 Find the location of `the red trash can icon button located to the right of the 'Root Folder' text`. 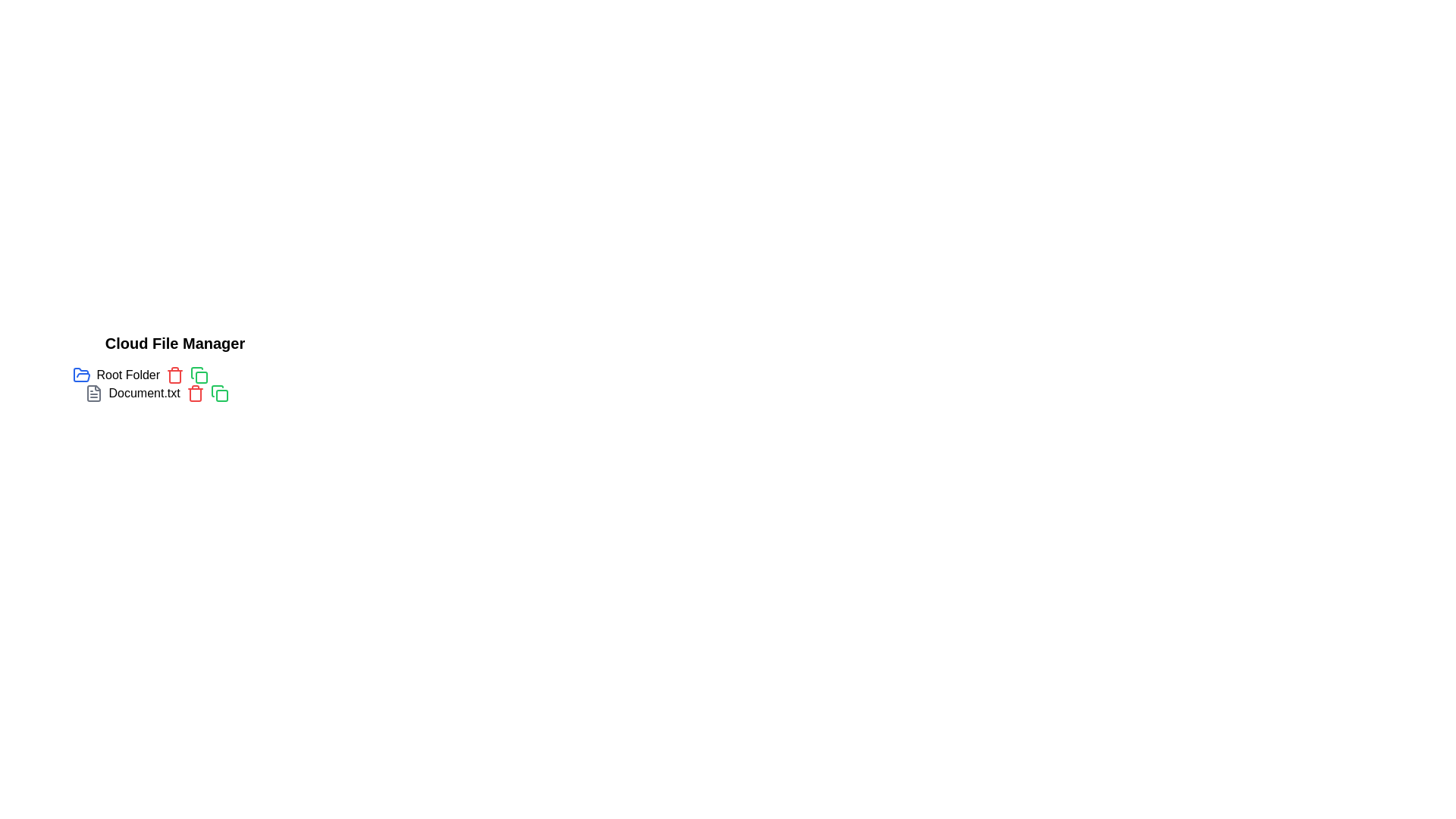

the red trash can icon button located to the right of the 'Root Folder' text is located at coordinates (175, 375).